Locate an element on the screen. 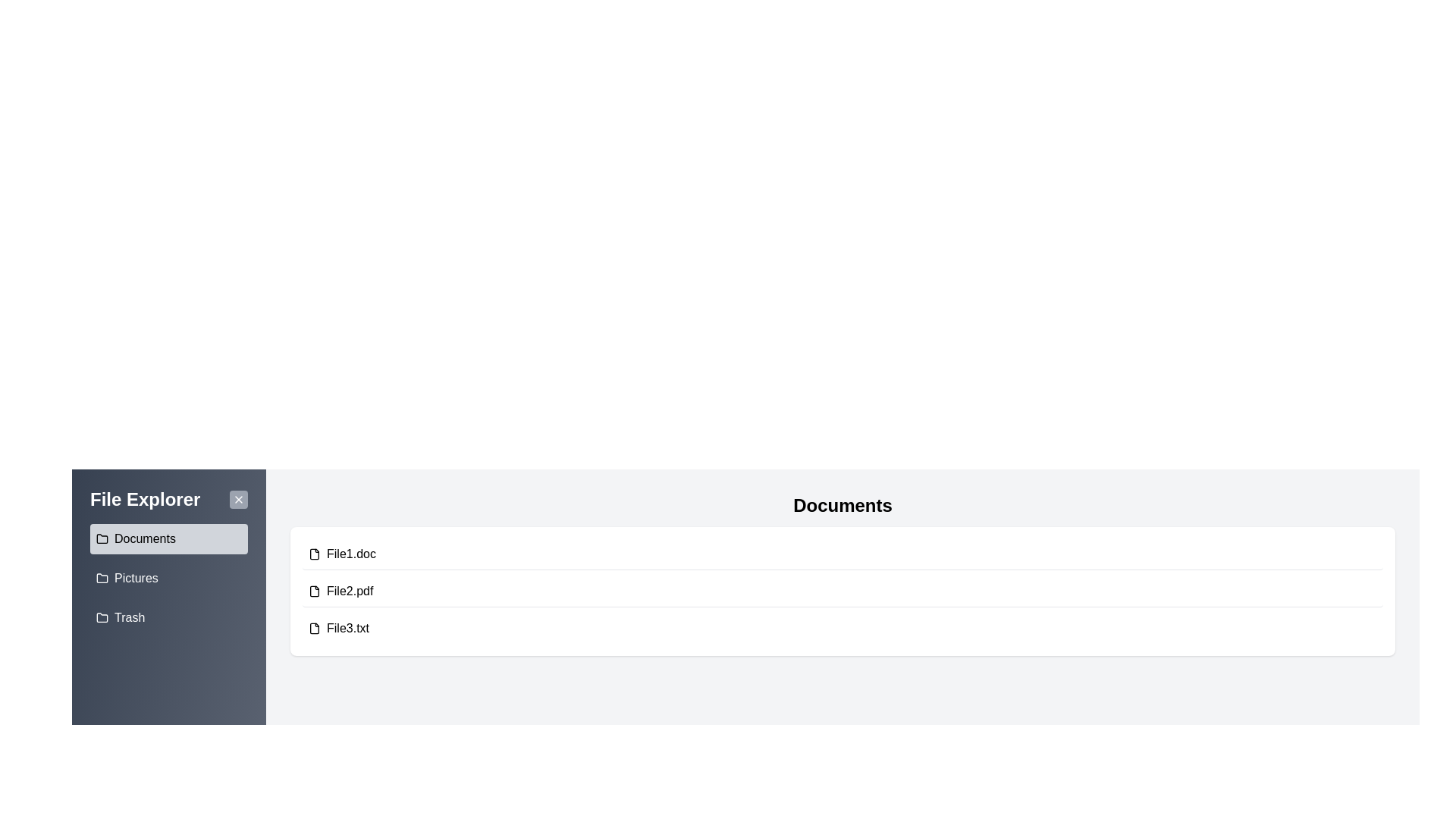 Image resolution: width=1456 pixels, height=819 pixels. the folder named Documents from the sidebar is located at coordinates (168, 538).